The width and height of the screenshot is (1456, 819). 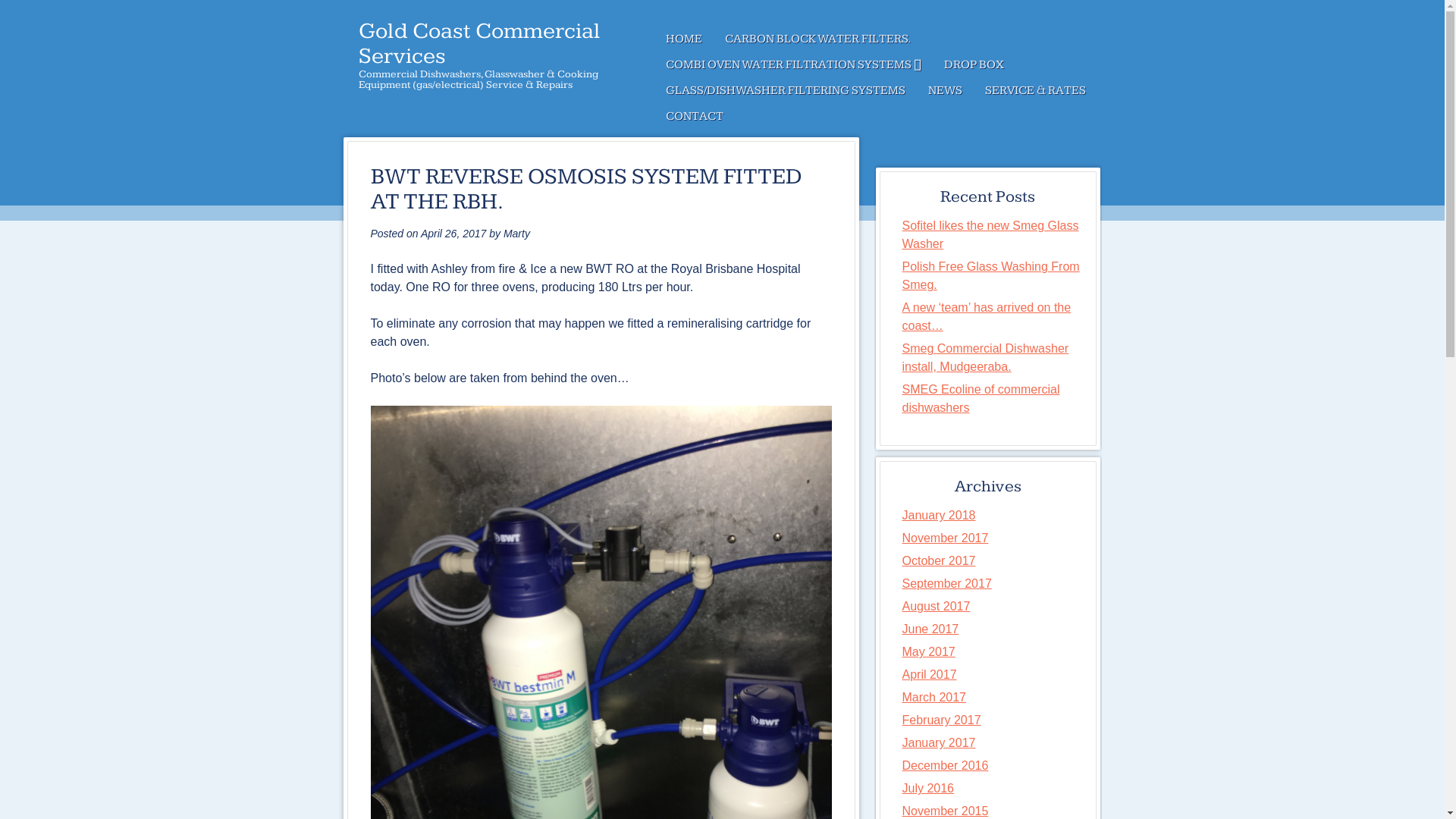 I want to click on 'October 2017', so click(x=902, y=560).